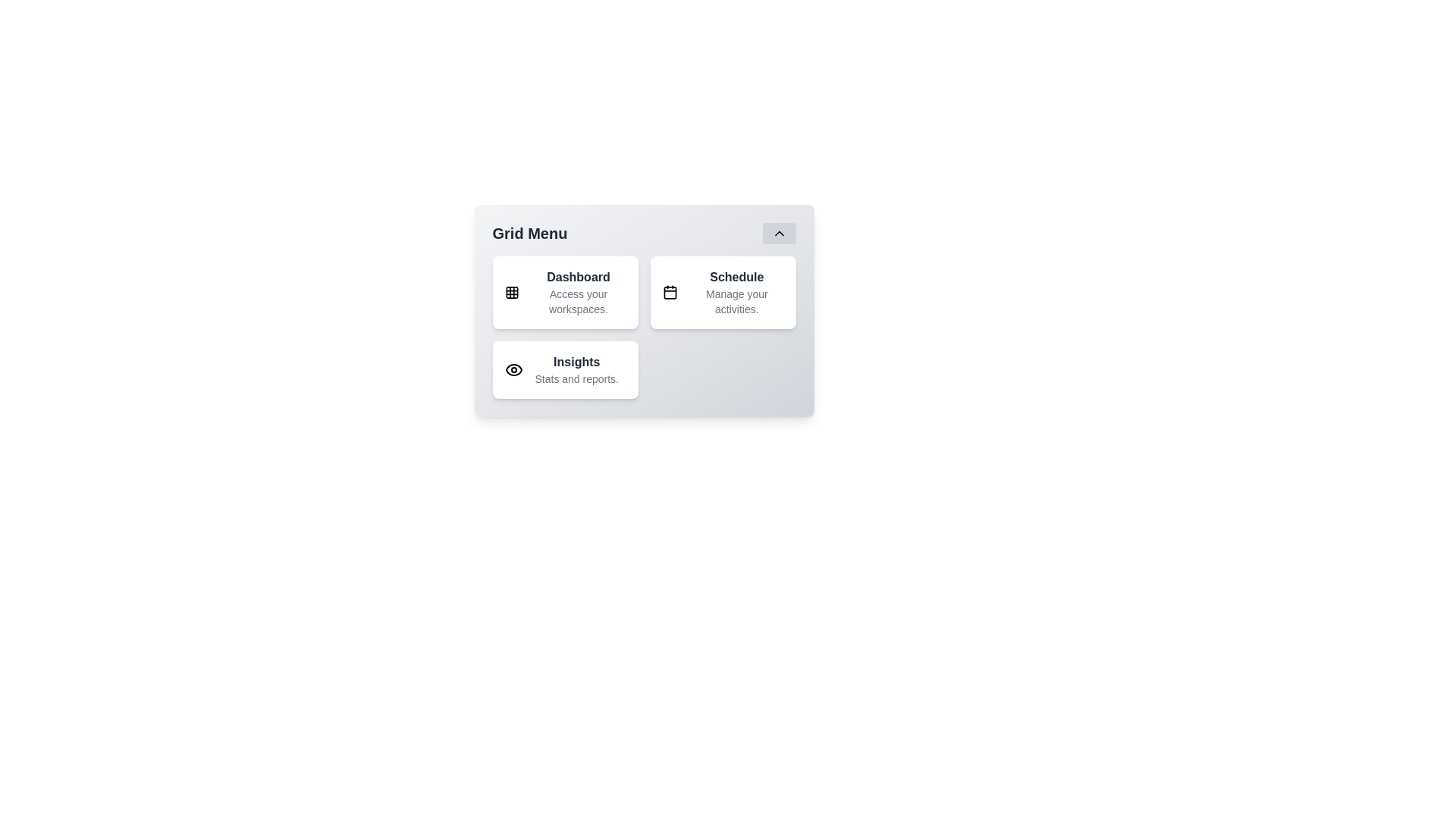 The height and width of the screenshot is (819, 1456). What do you see at coordinates (779, 234) in the screenshot?
I see `the chevron button to toggle the menu expansion state` at bounding box center [779, 234].